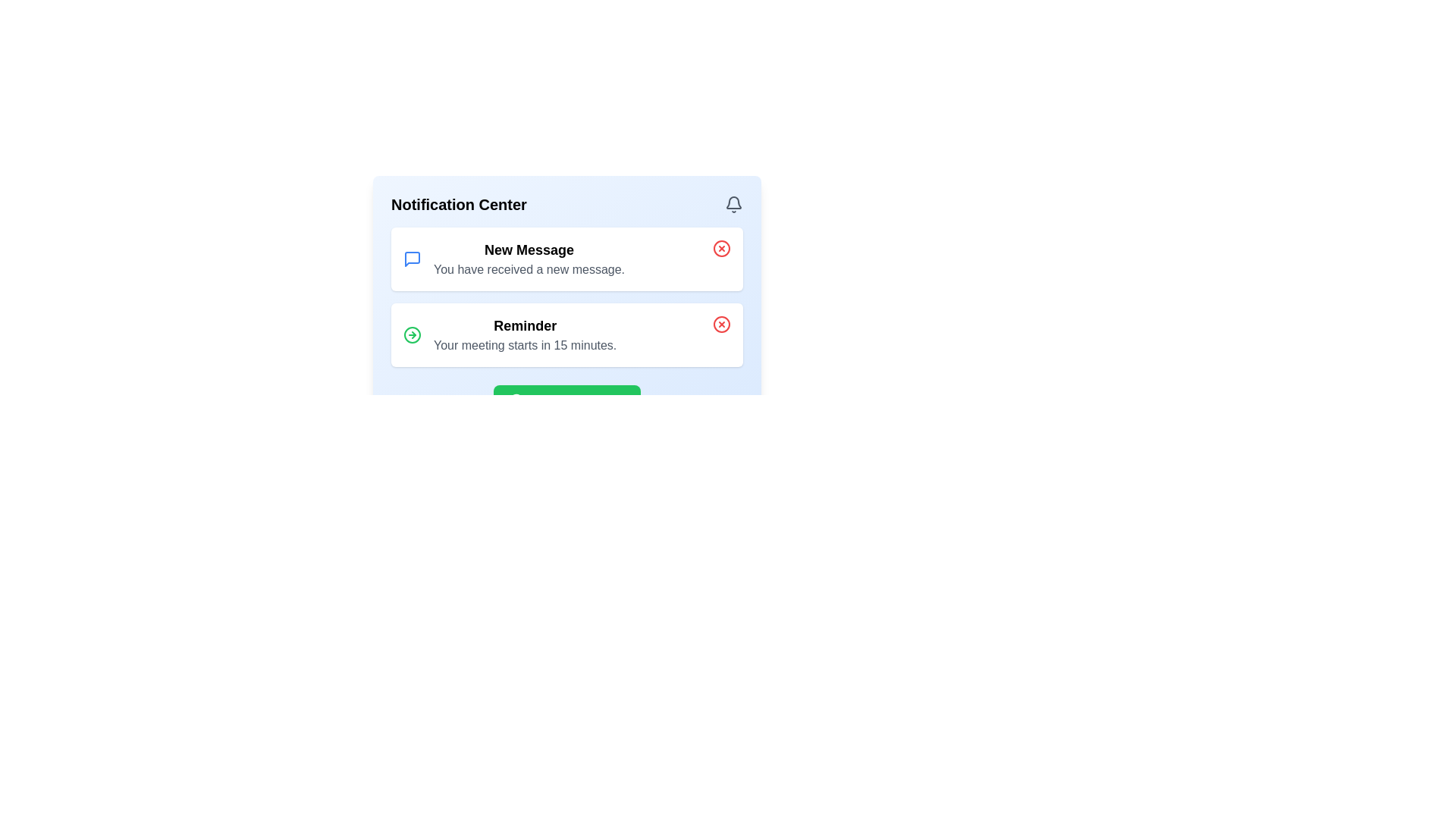 Image resolution: width=1456 pixels, height=819 pixels. What do you see at coordinates (529, 249) in the screenshot?
I see `text label 'New Message' which is bold and prominently displayed at the top of the notification list` at bounding box center [529, 249].